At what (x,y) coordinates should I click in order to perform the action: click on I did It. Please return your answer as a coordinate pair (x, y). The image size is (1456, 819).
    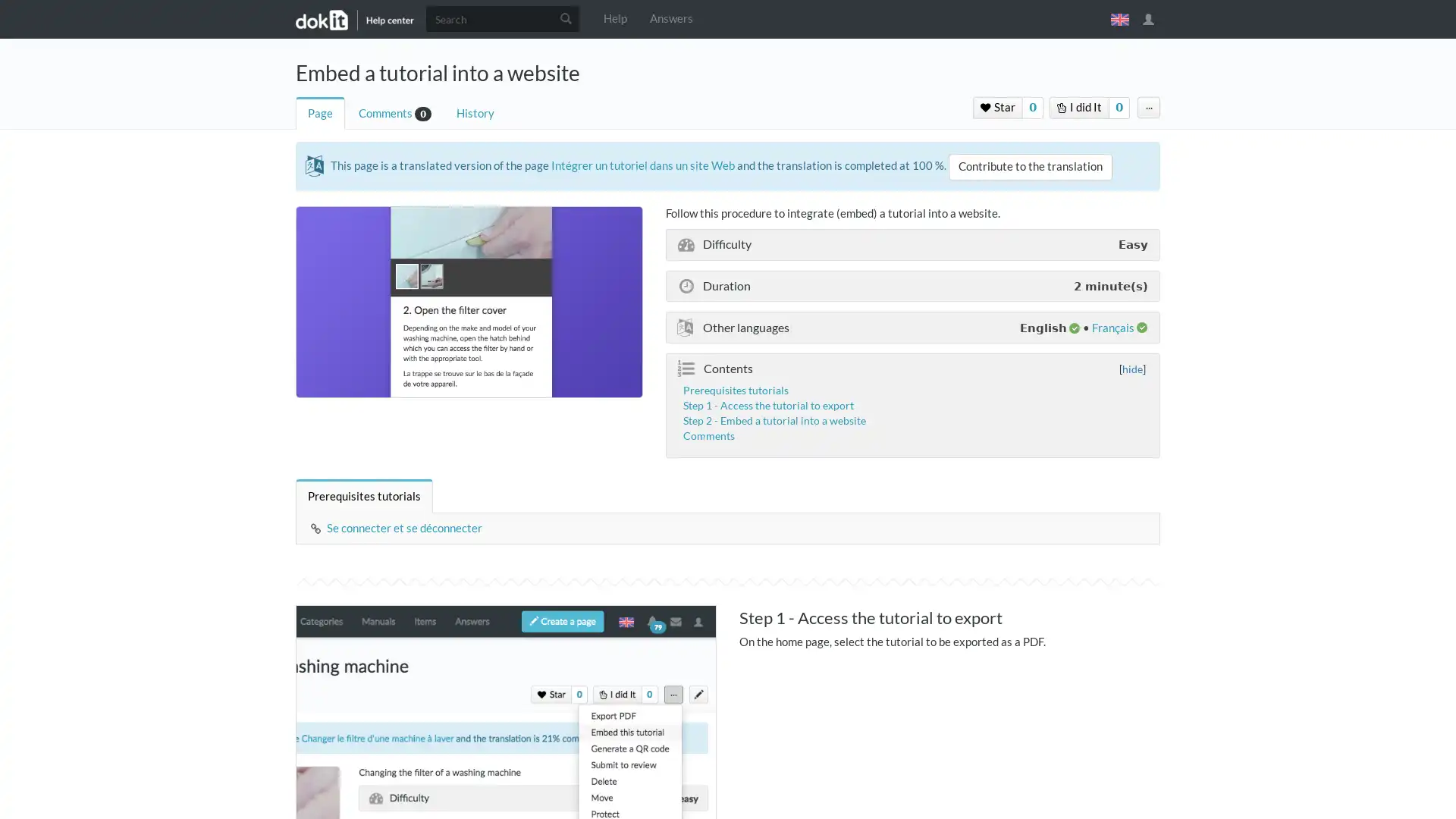
    Looking at the image, I should click on (1078, 107).